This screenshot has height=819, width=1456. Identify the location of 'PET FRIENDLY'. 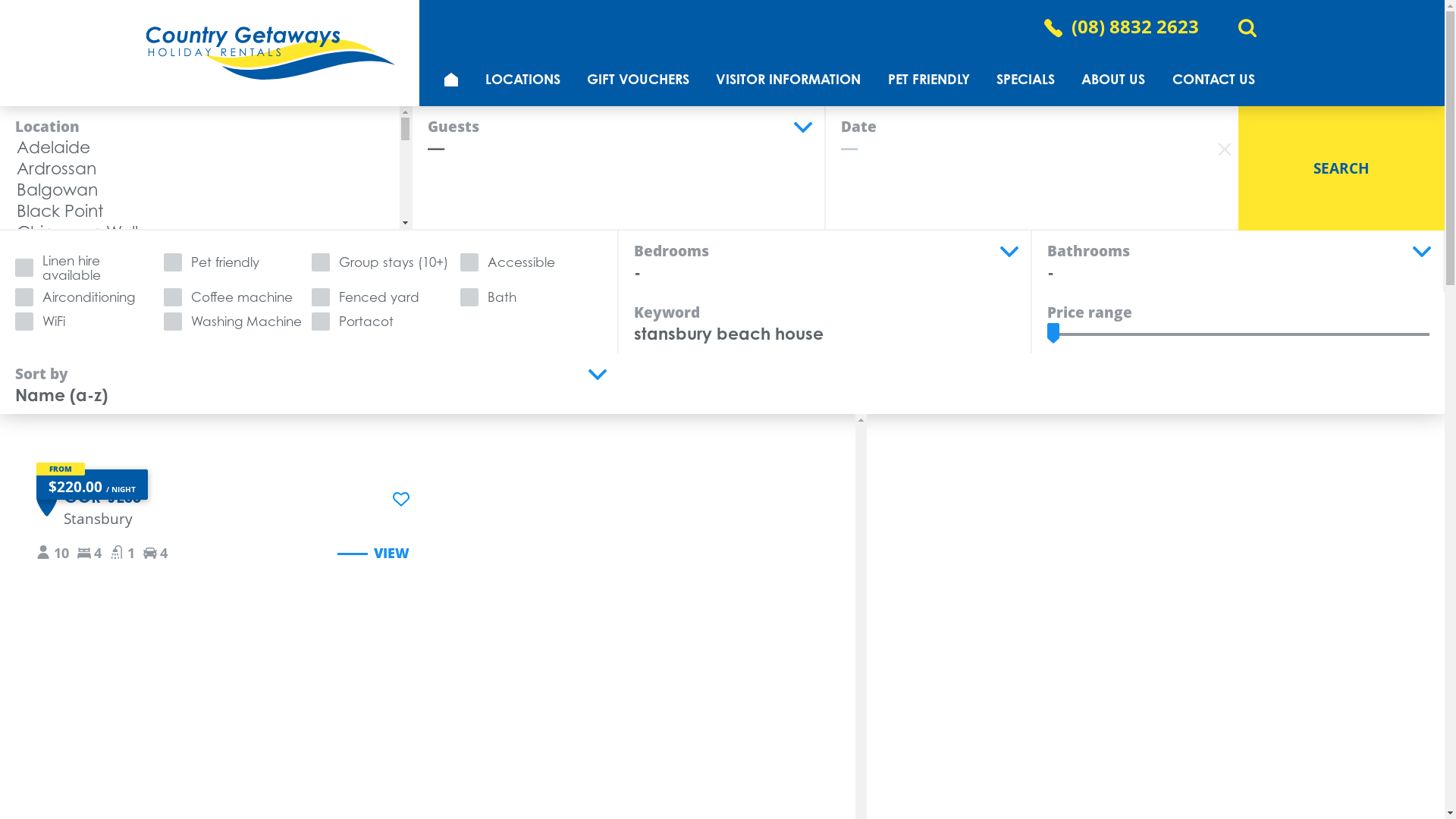
(927, 79).